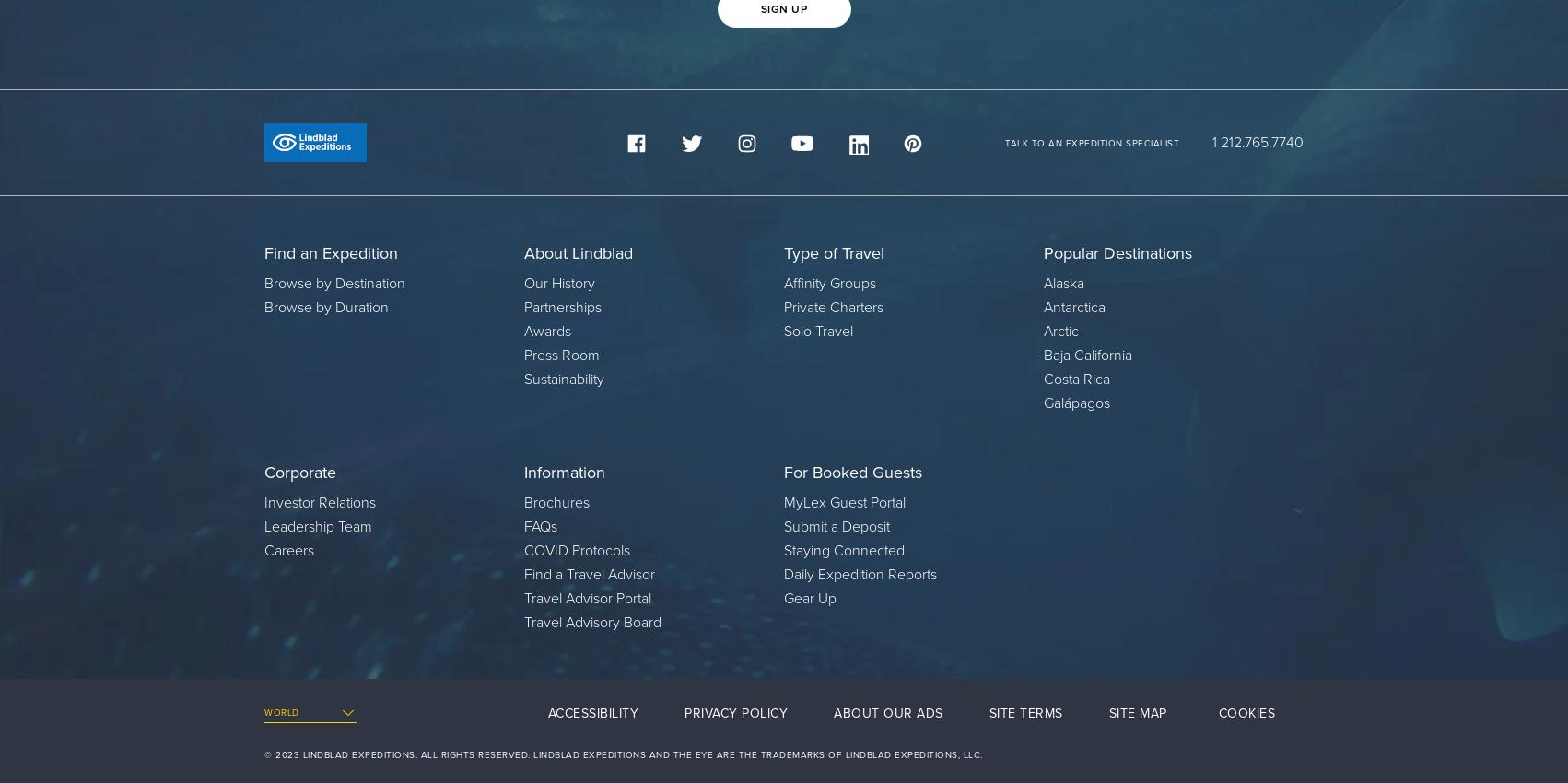 The image size is (1568, 783). I want to click on 'Travel Advisor Portal', so click(588, 598).